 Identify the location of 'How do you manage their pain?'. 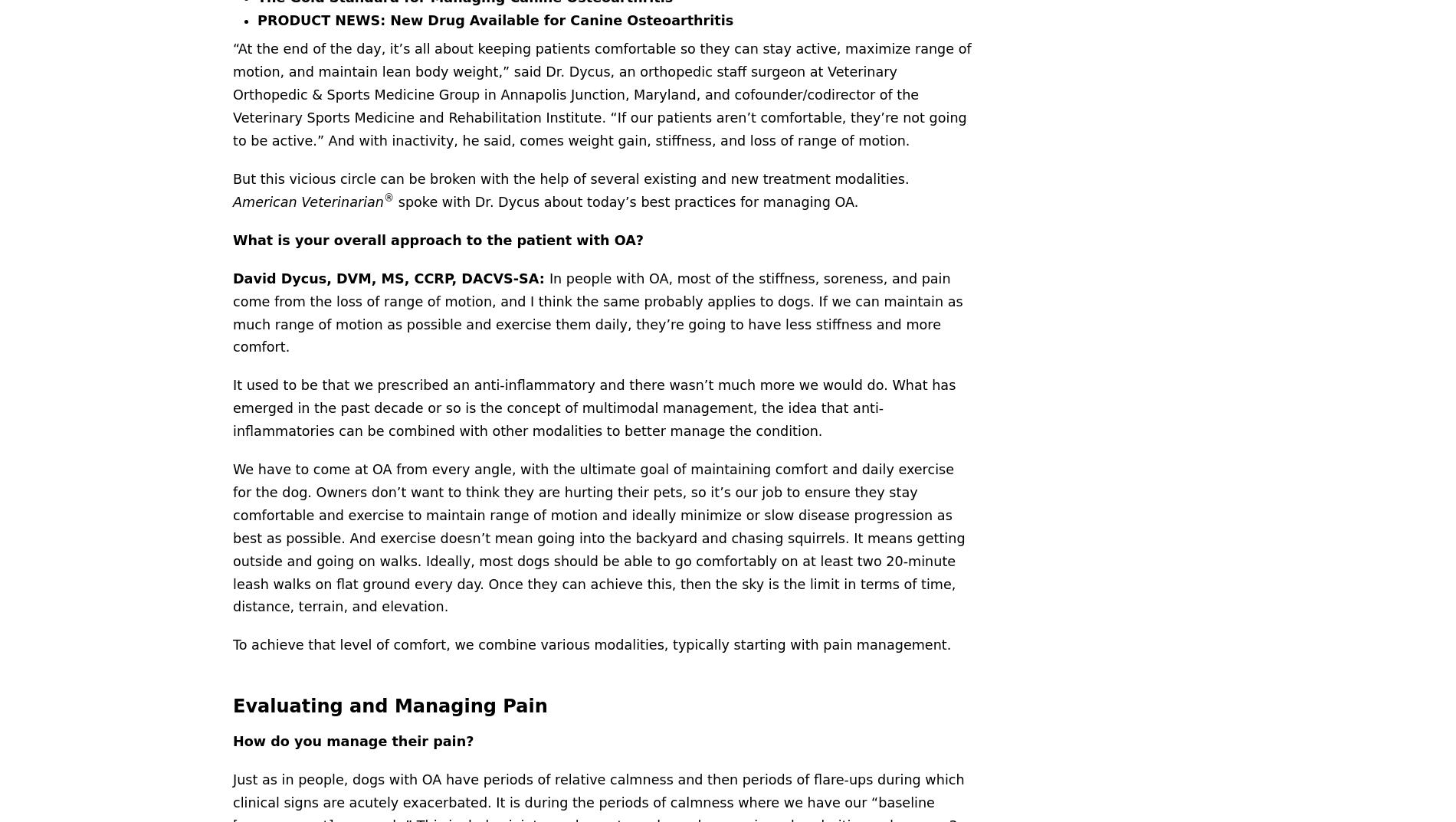
(352, 740).